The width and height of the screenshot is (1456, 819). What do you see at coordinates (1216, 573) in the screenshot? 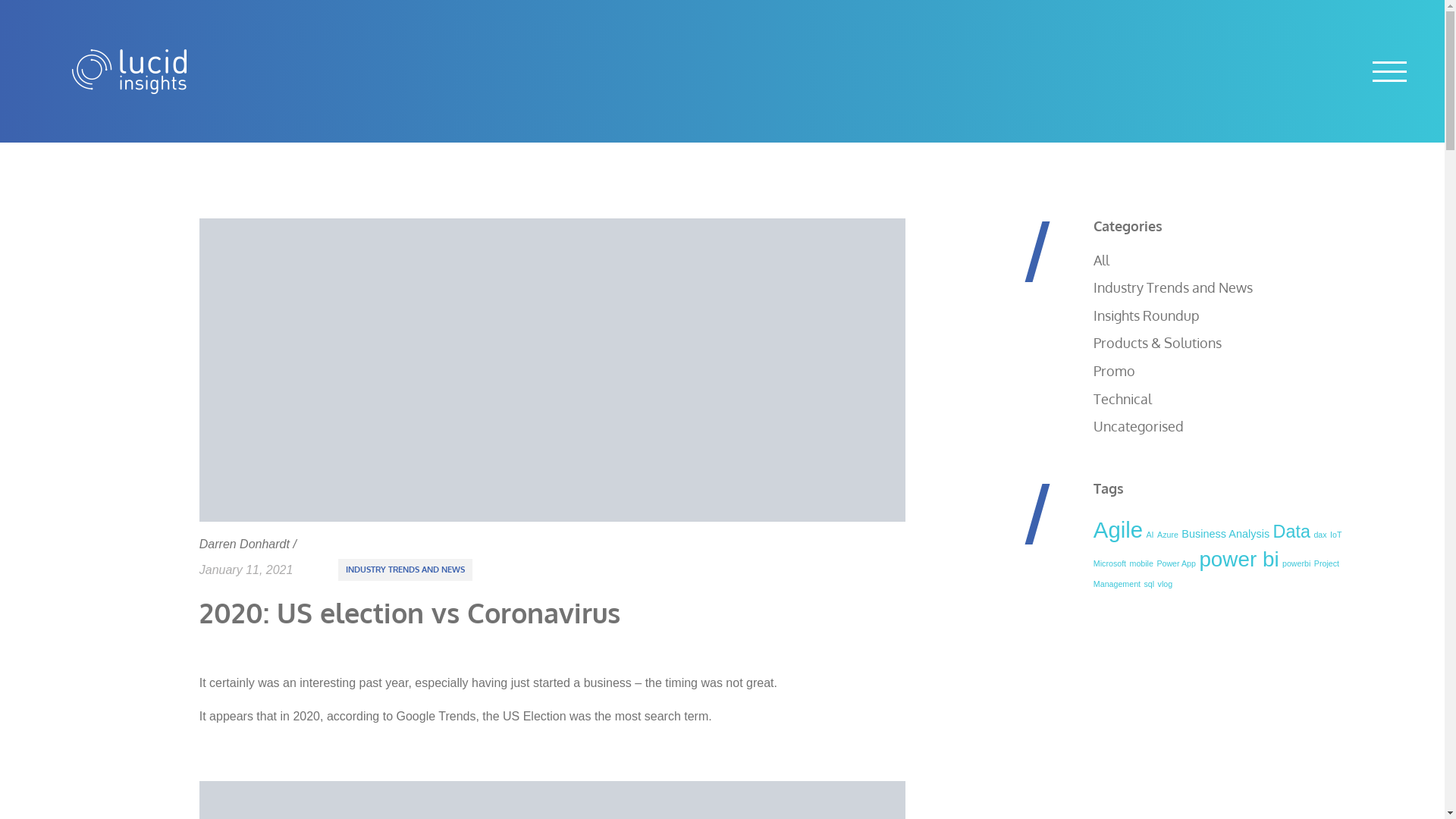
I see `'Project Management'` at bounding box center [1216, 573].